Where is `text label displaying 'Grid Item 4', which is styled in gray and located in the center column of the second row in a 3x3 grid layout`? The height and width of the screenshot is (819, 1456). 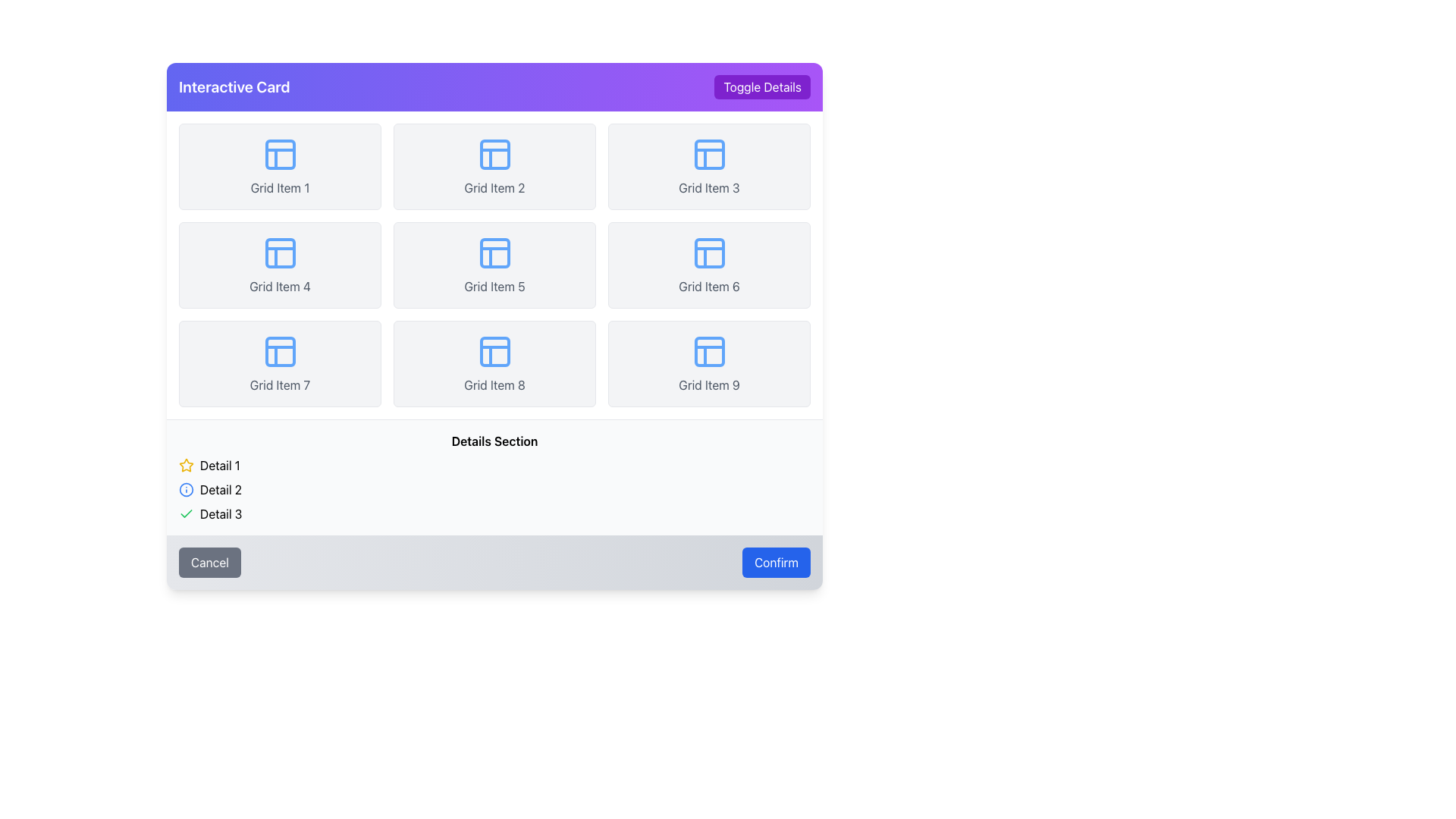 text label displaying 'Grid Item 4', which is styled in gray and located in the center column of the second row in a 3x3 grid layout is located at coordinates (280, 287).